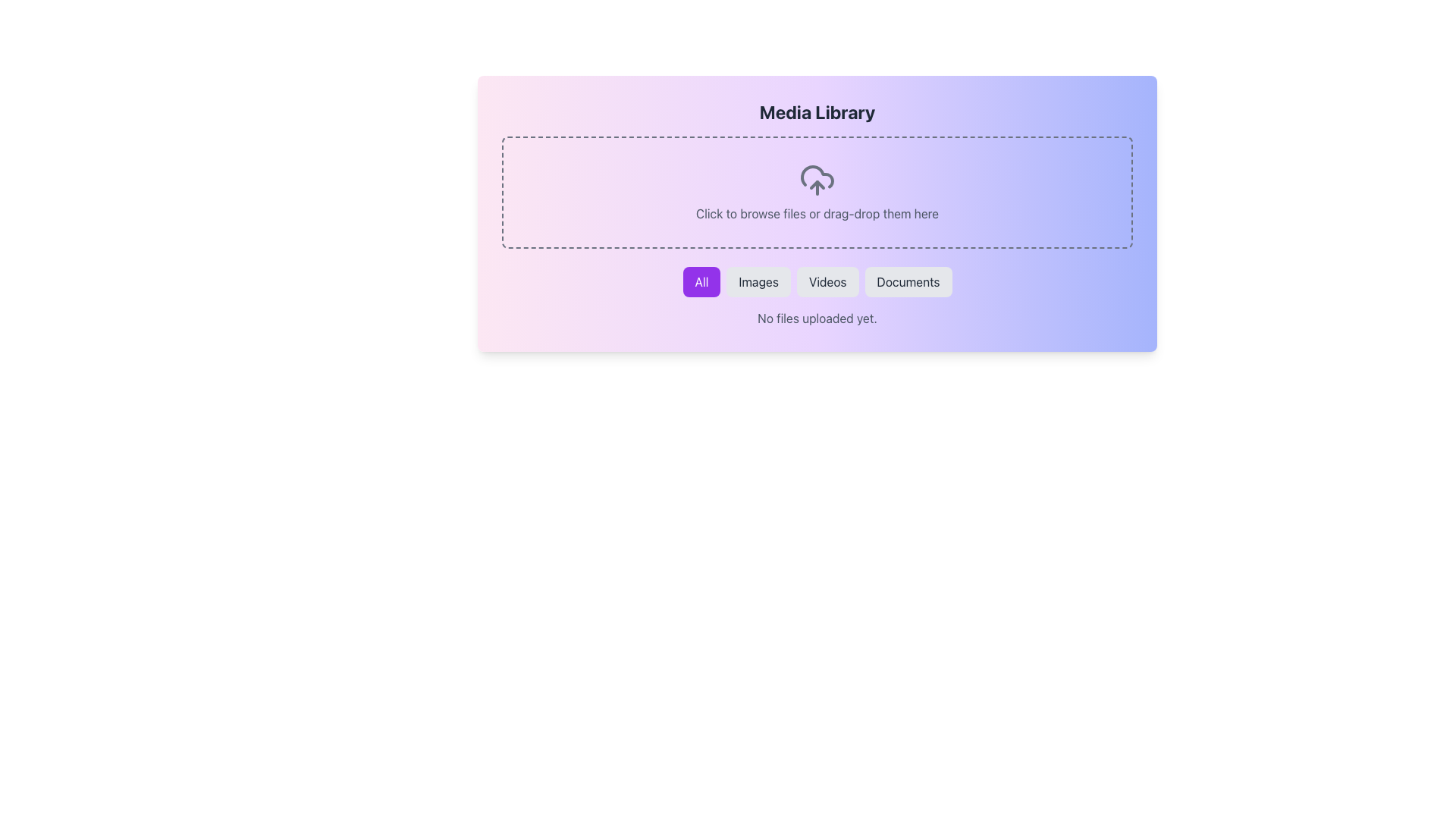  I want to click on instructions for uploading files by interacting with the text label that says 'Click to browse files or drag-drop them here', which is located below the upload icon, so click(817, 213).